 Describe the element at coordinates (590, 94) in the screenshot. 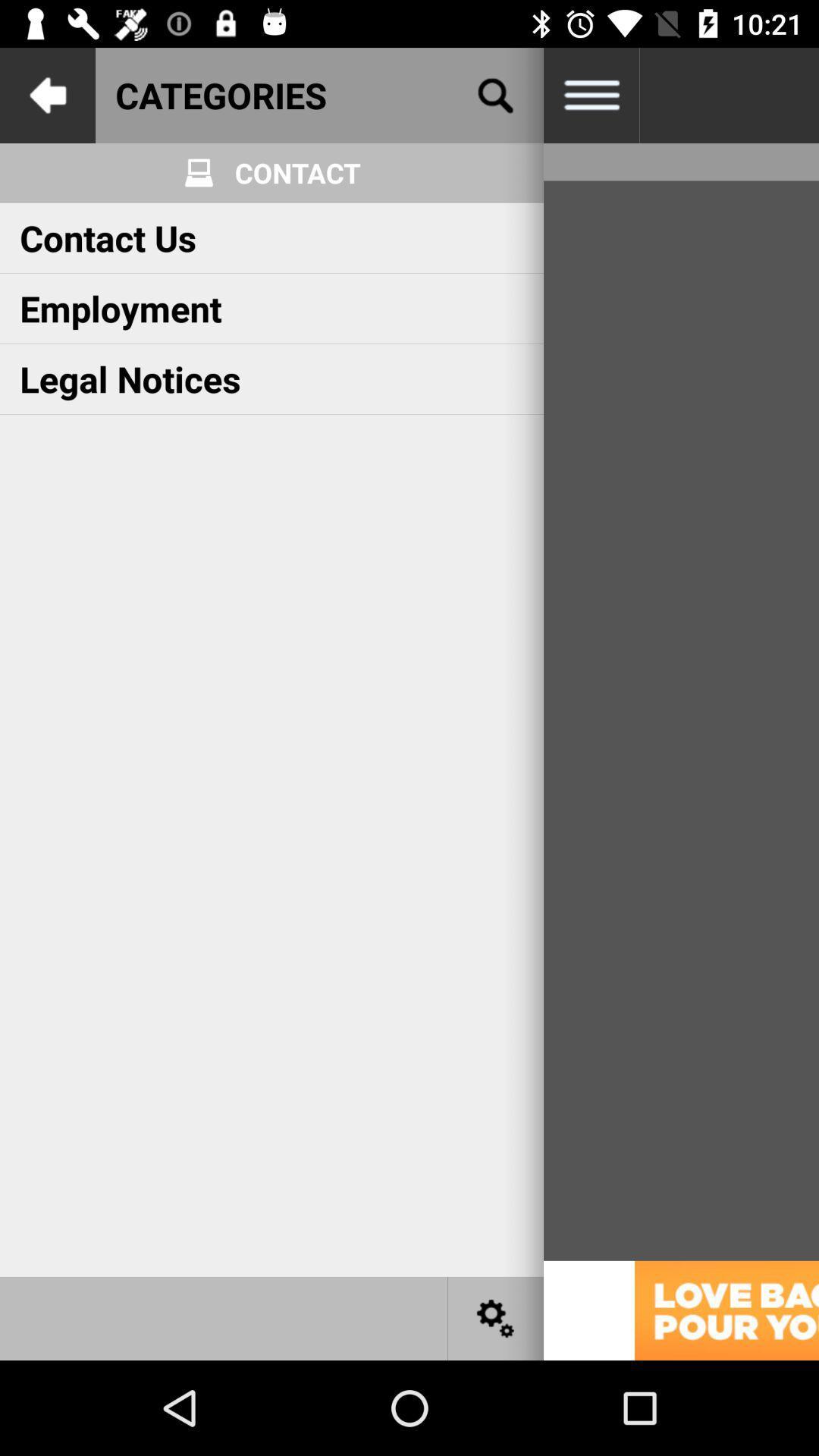

I see `the menu icon` at that location.